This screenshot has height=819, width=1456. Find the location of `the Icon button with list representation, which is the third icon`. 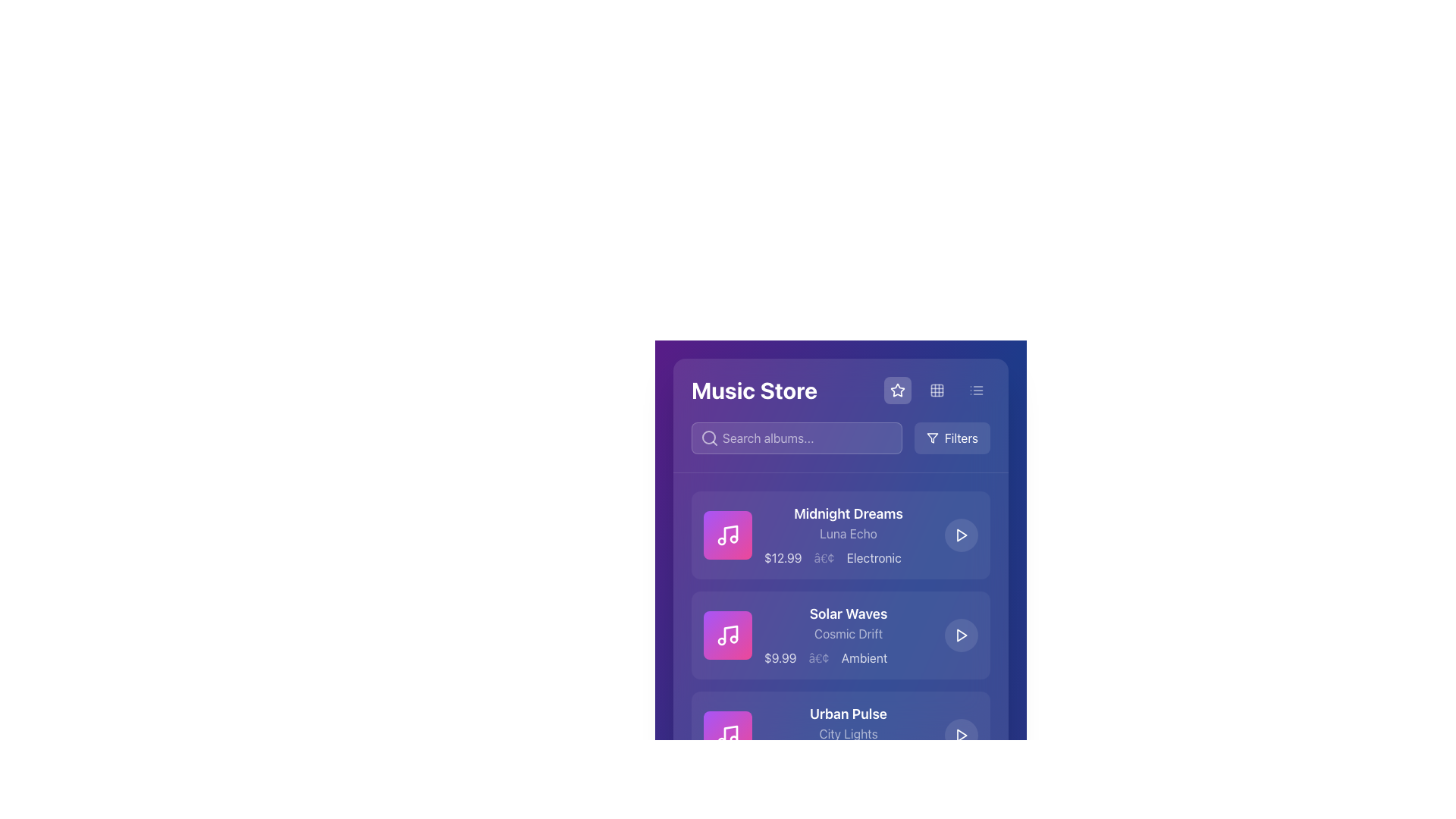

the Icon button with list representation, which is the third icon is located at coordinates (976, 390).